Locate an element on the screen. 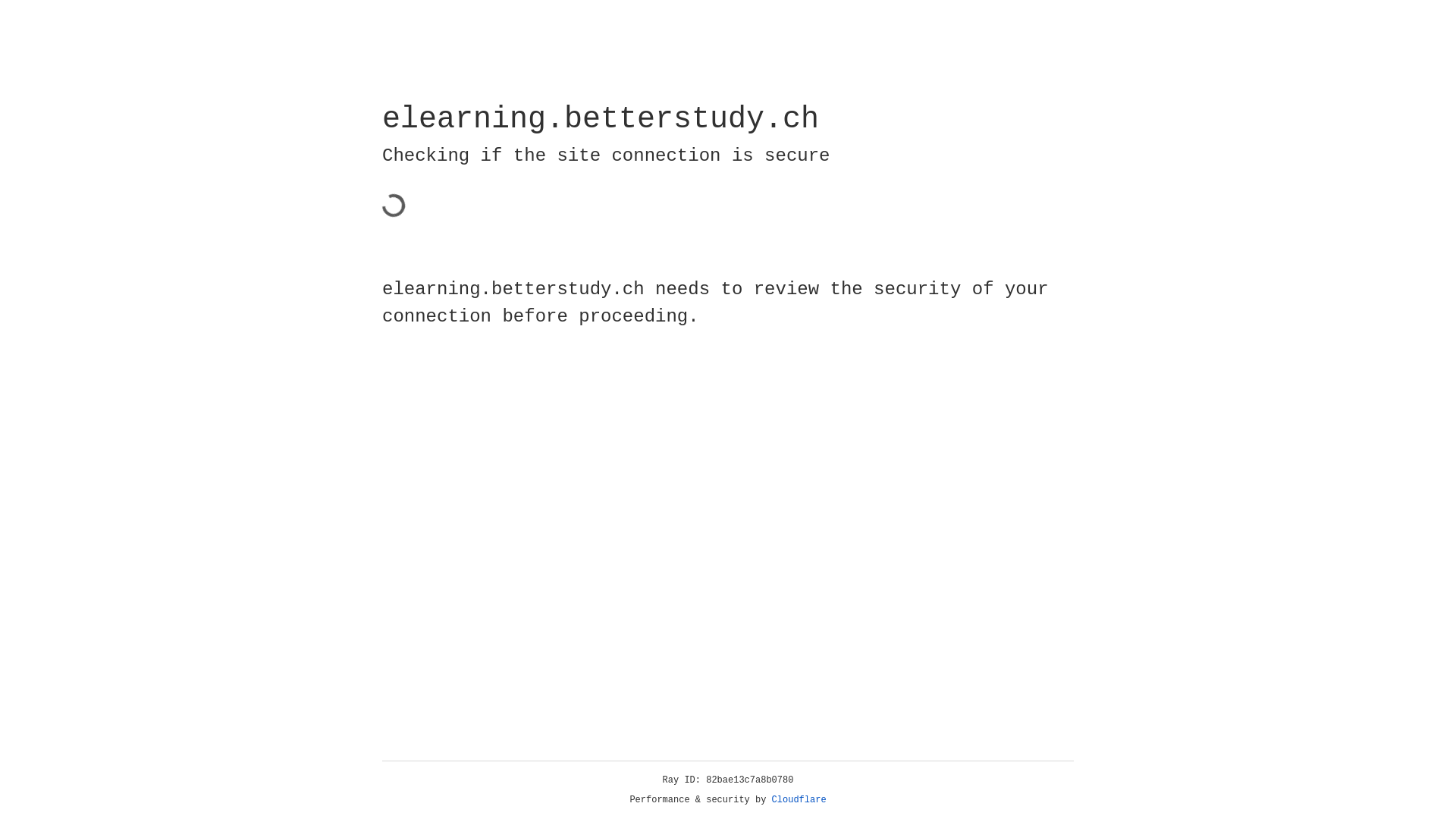  'Cloudflare' is located at coordinates (799, 799).